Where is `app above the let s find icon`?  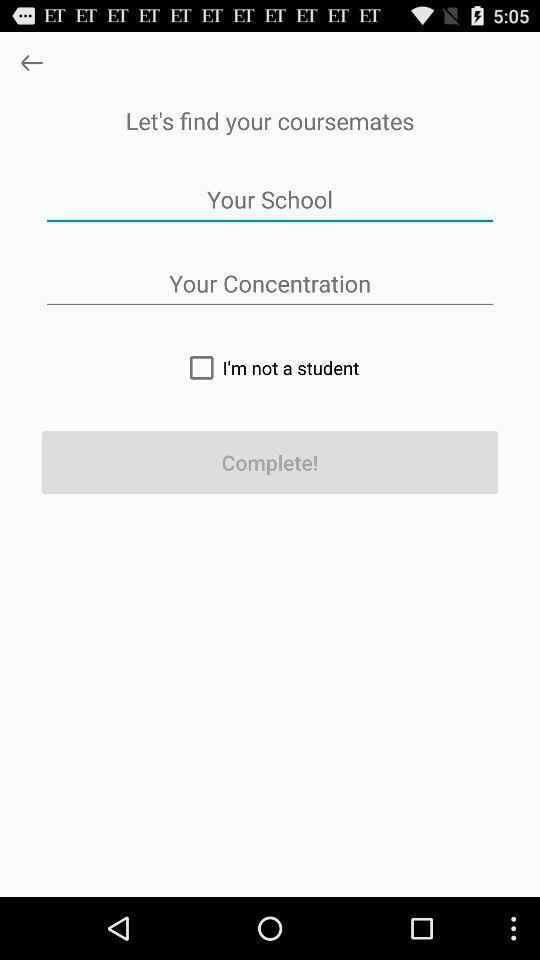
app above the let s find icon is located at coordinates (30, 62).